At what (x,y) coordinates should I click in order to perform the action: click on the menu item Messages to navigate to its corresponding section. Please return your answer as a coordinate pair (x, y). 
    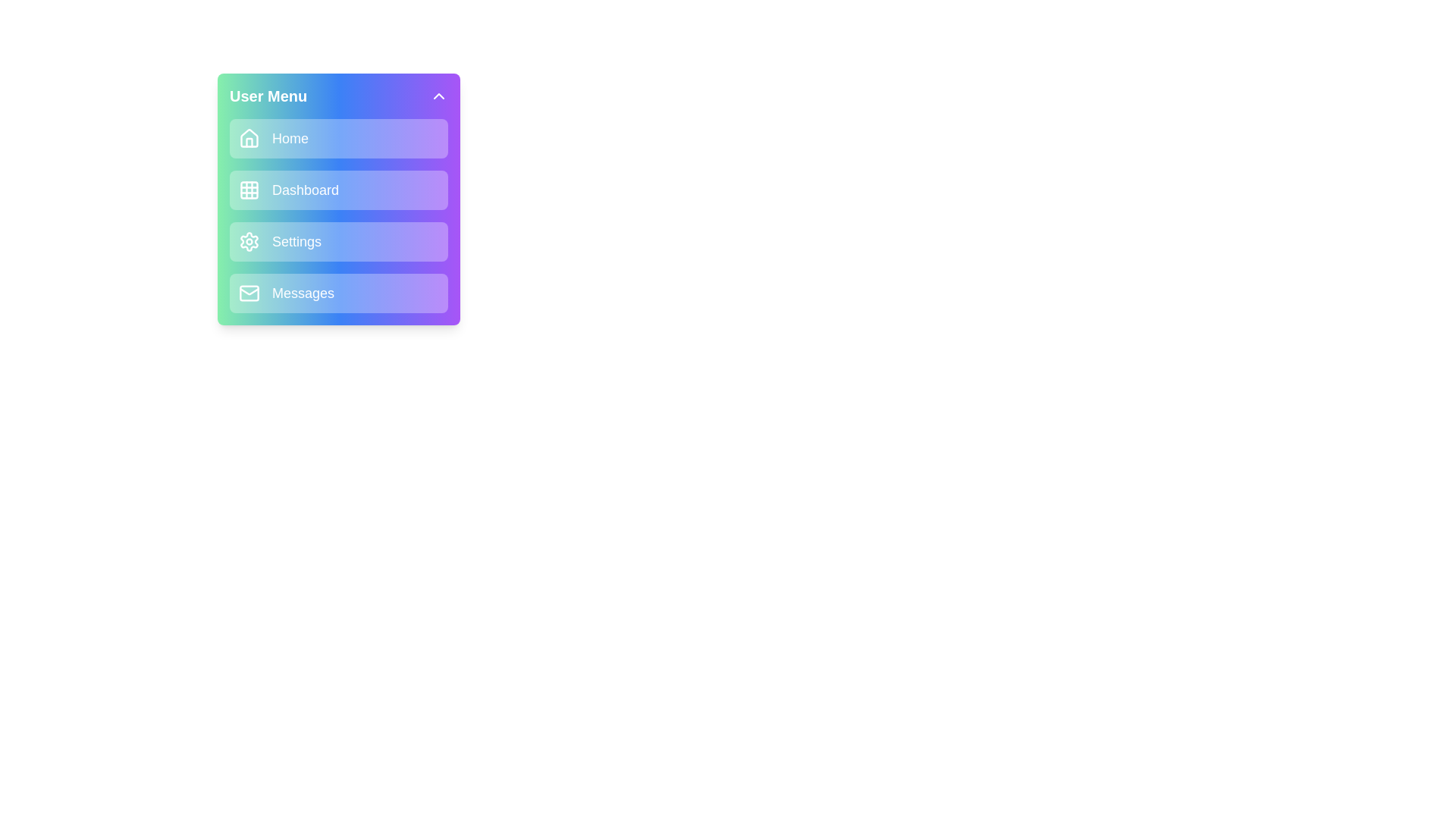
    Looking at the image, I should click on (337, 293).